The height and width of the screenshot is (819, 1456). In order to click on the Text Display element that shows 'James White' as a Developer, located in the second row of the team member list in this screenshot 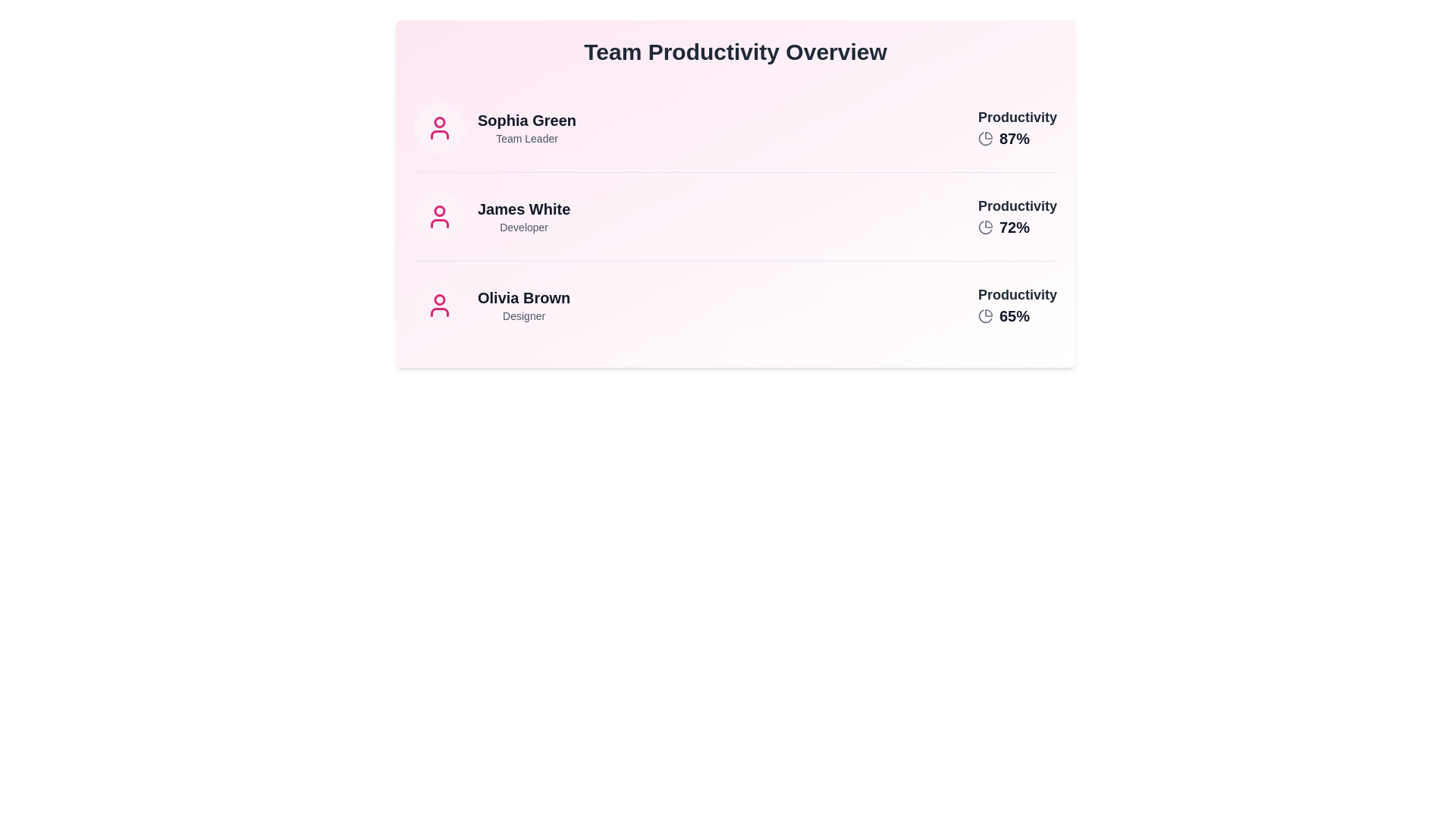, I will do `click(524, 216)`.